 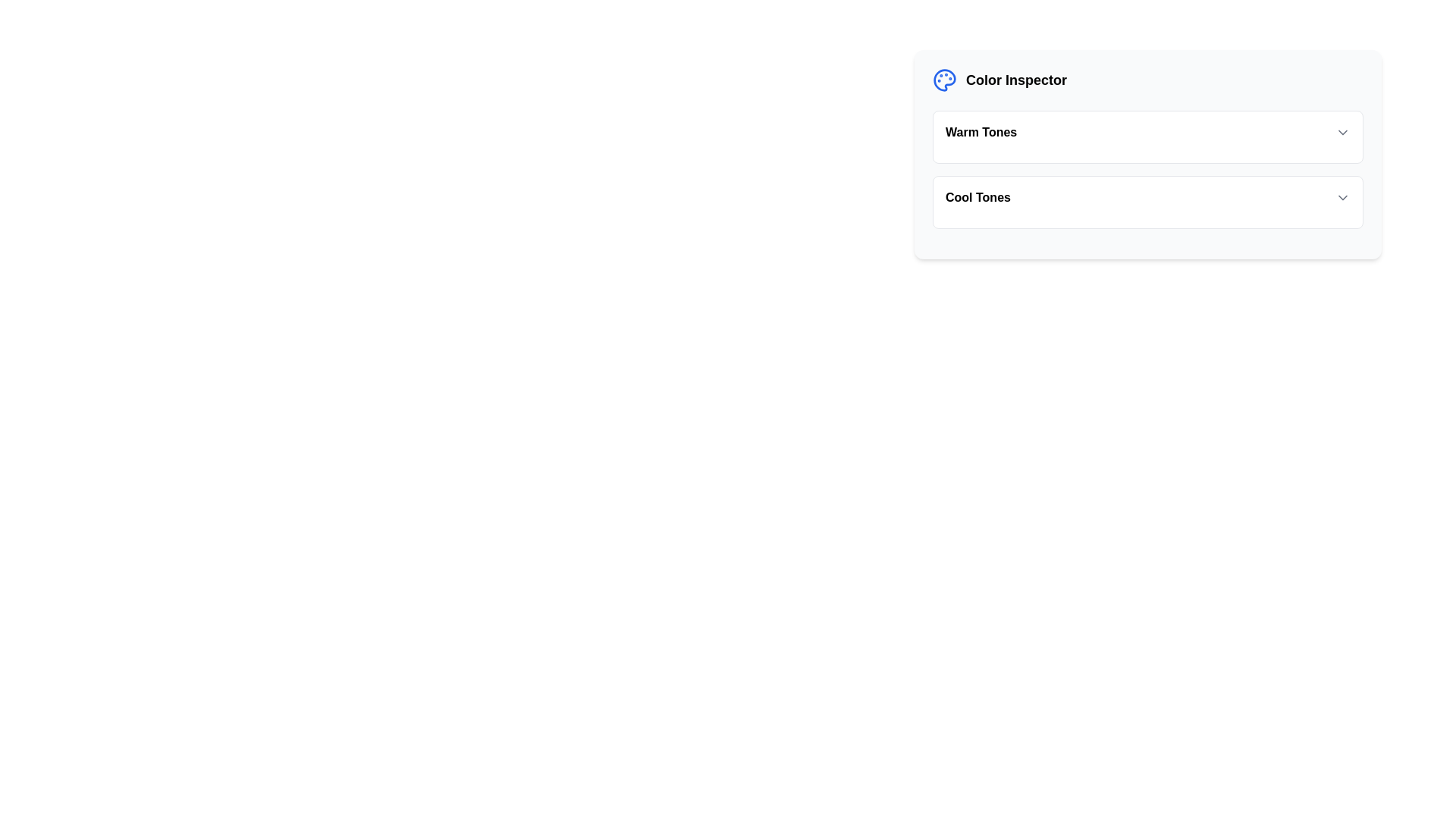 I want to click on the dropdown toggle arrow icon located to the right of the 'Warm Tones' text for visual feedback, so click(x=1343, y=131).